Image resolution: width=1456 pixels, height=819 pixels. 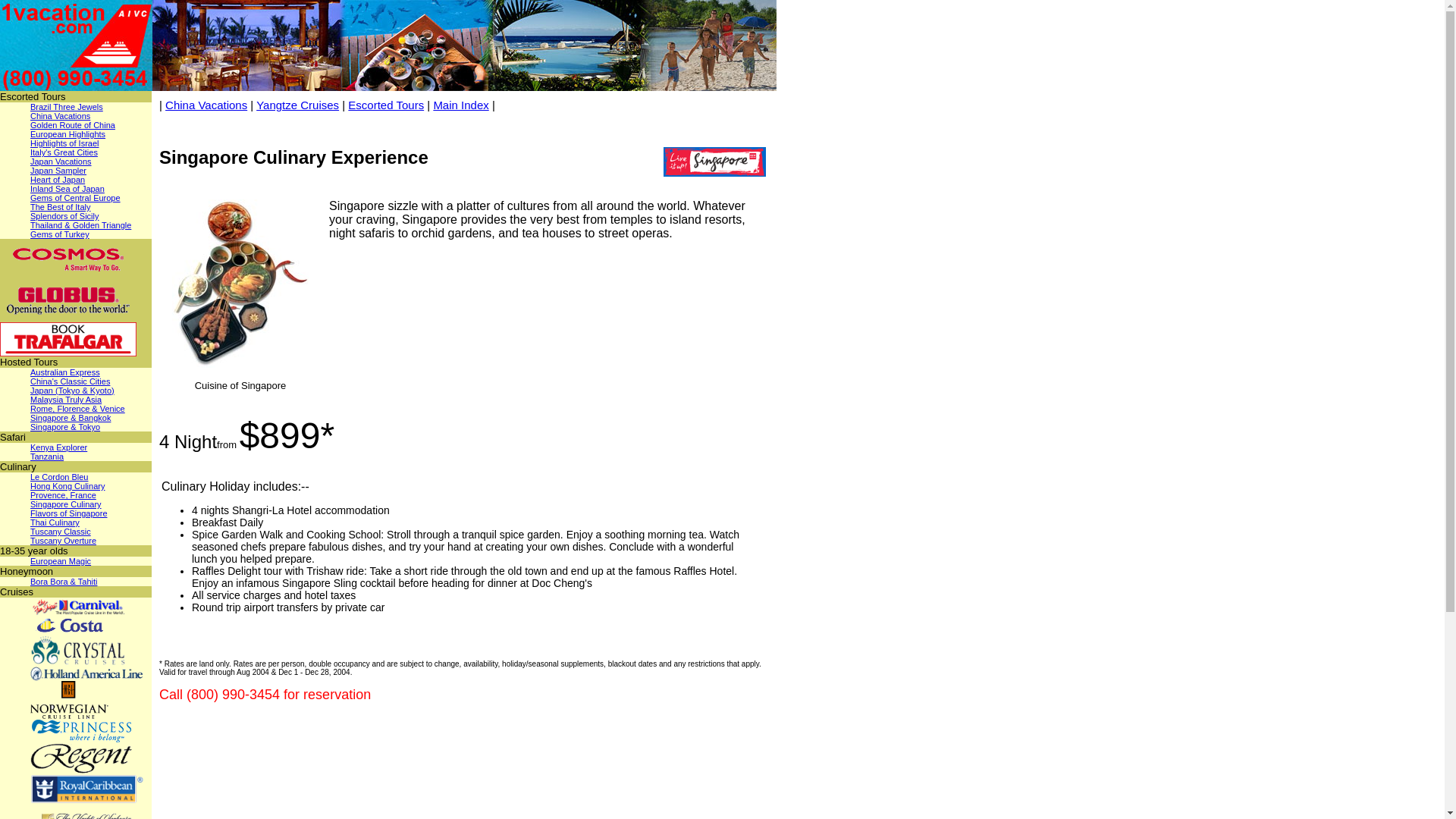 I want to click on 'Kenya Explorer', so click(x=30, y=447).